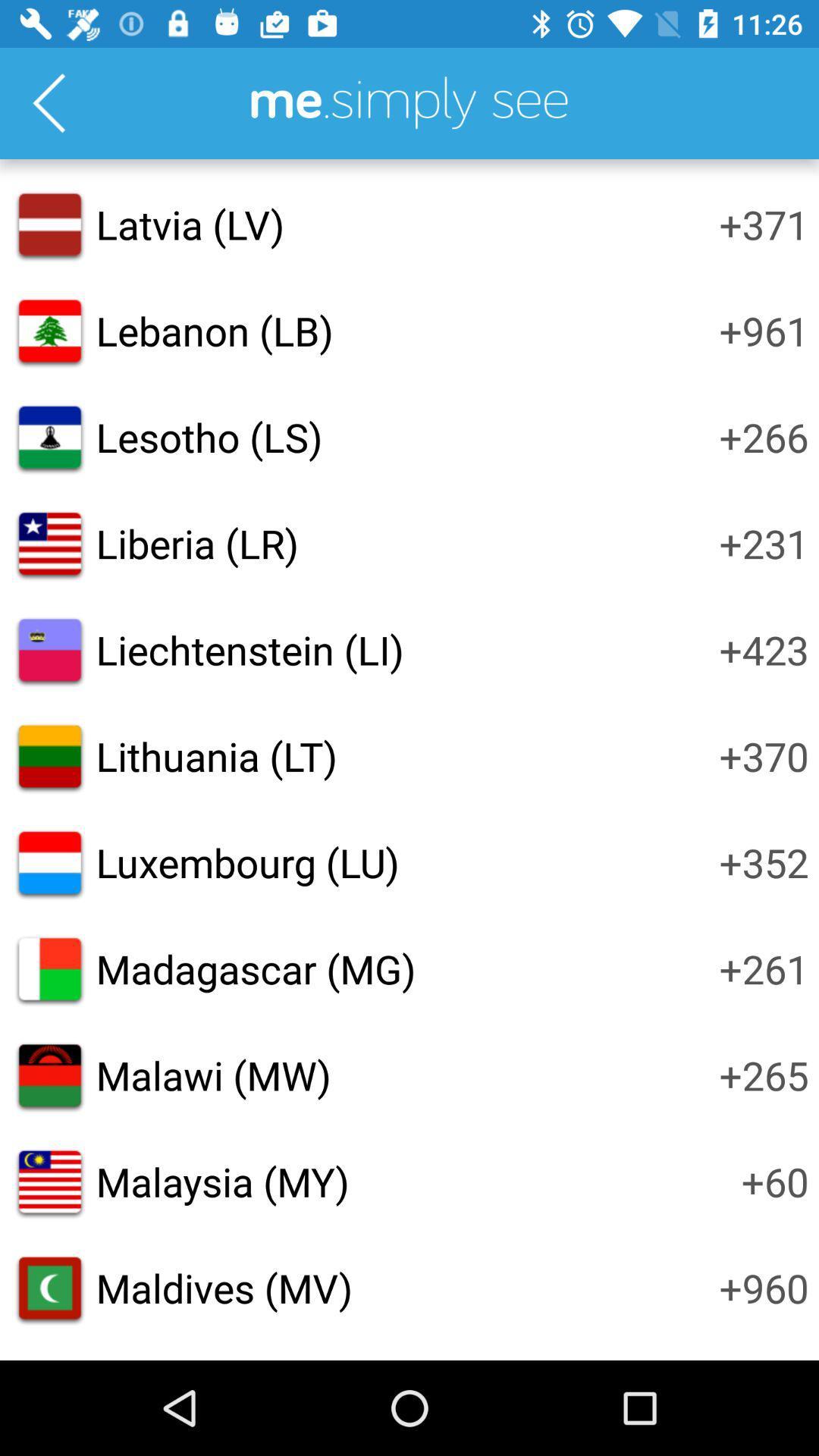  Describe the element at coordinates (764, 756) in the screenshot. I see `icon to the right of lithuania (lt) item` at that location.